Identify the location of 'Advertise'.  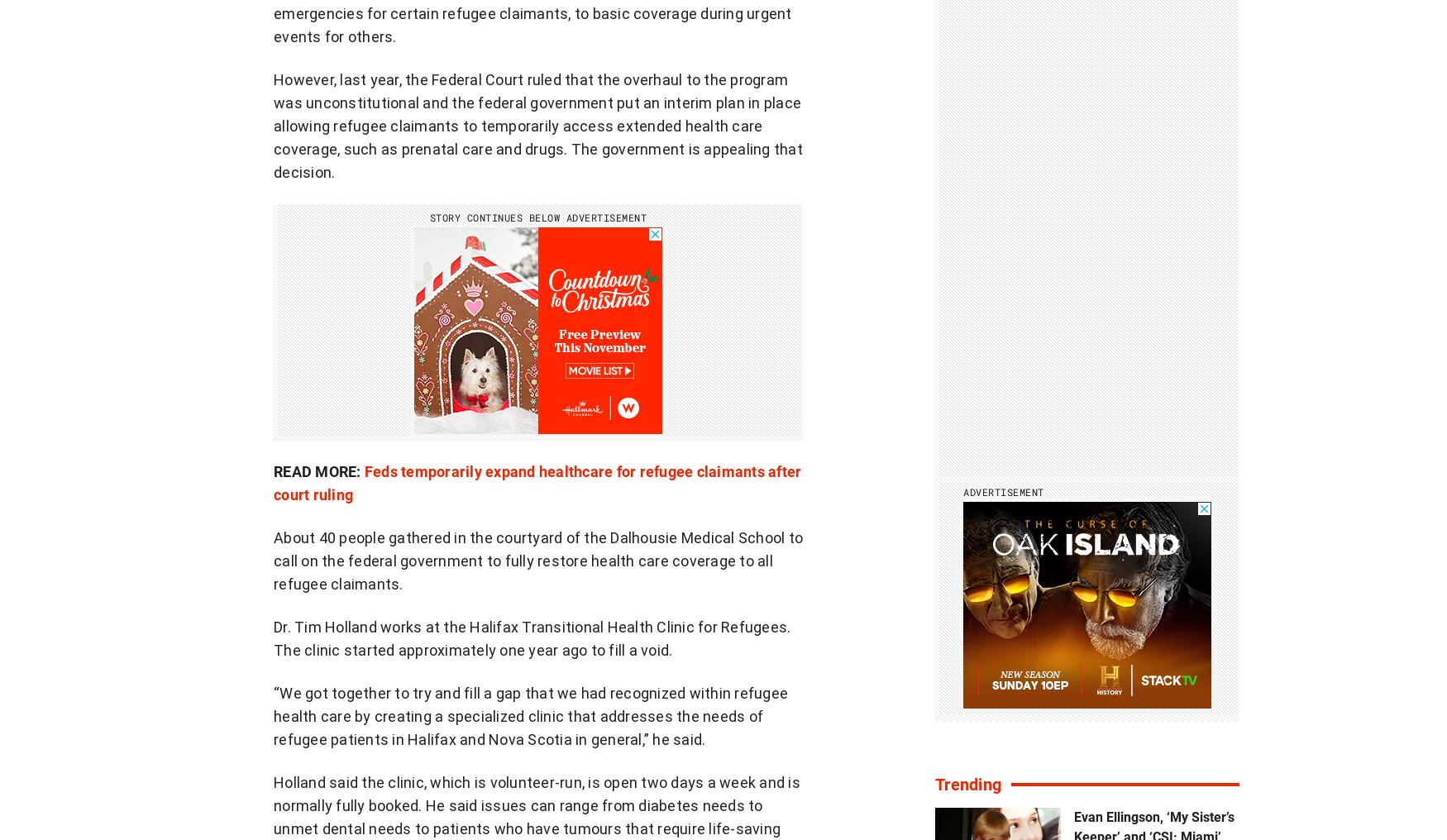
(530, 800).